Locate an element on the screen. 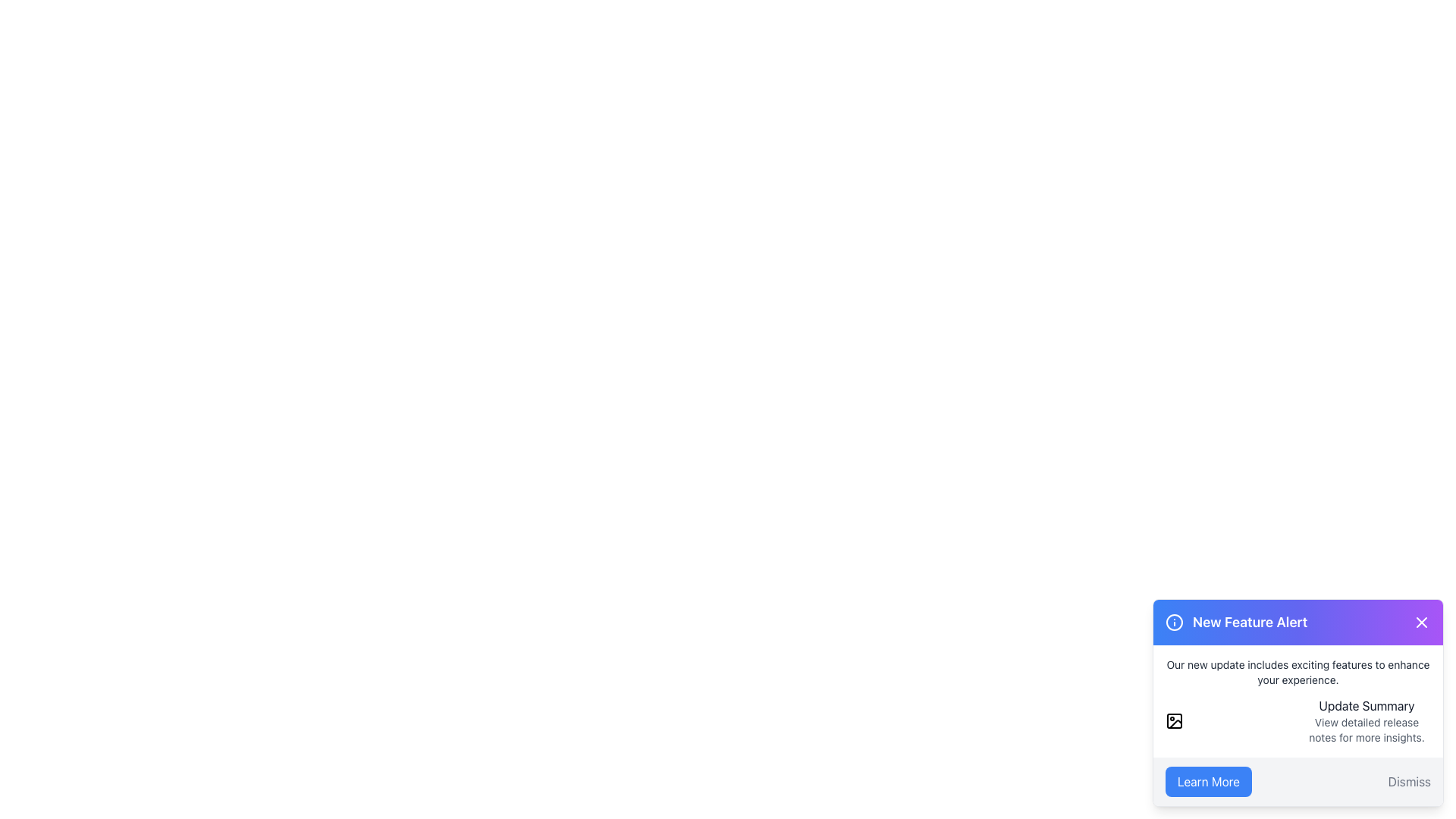  the close button, which is a small white cross icon on a purple gradient background in the top-right corner of the notification card is located at coordinates (1421, 623).